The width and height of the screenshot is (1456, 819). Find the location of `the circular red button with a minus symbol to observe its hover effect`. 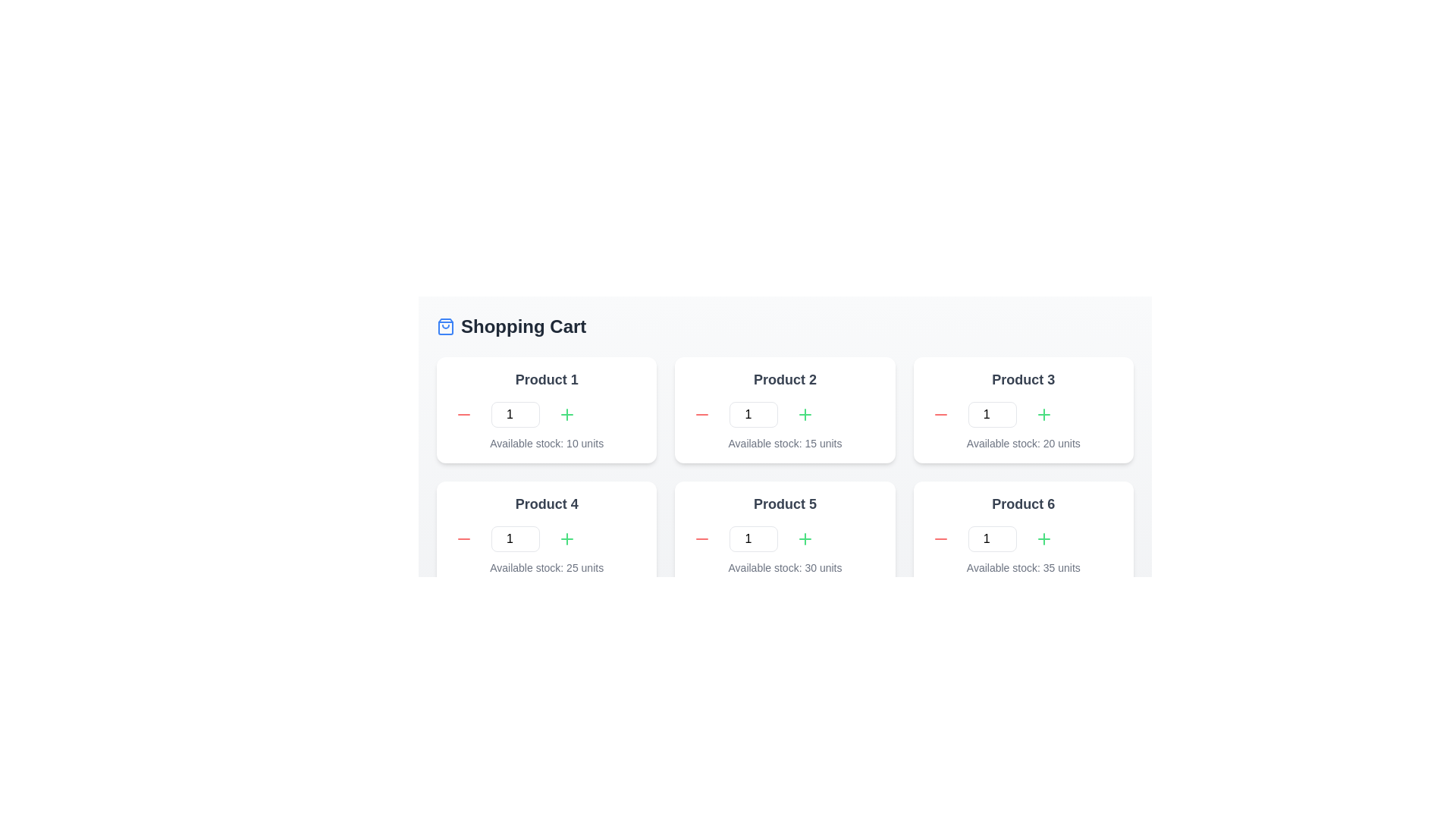

the circular red button with a minus symbol to observe its hover effect is located at coordinates (463, 538).